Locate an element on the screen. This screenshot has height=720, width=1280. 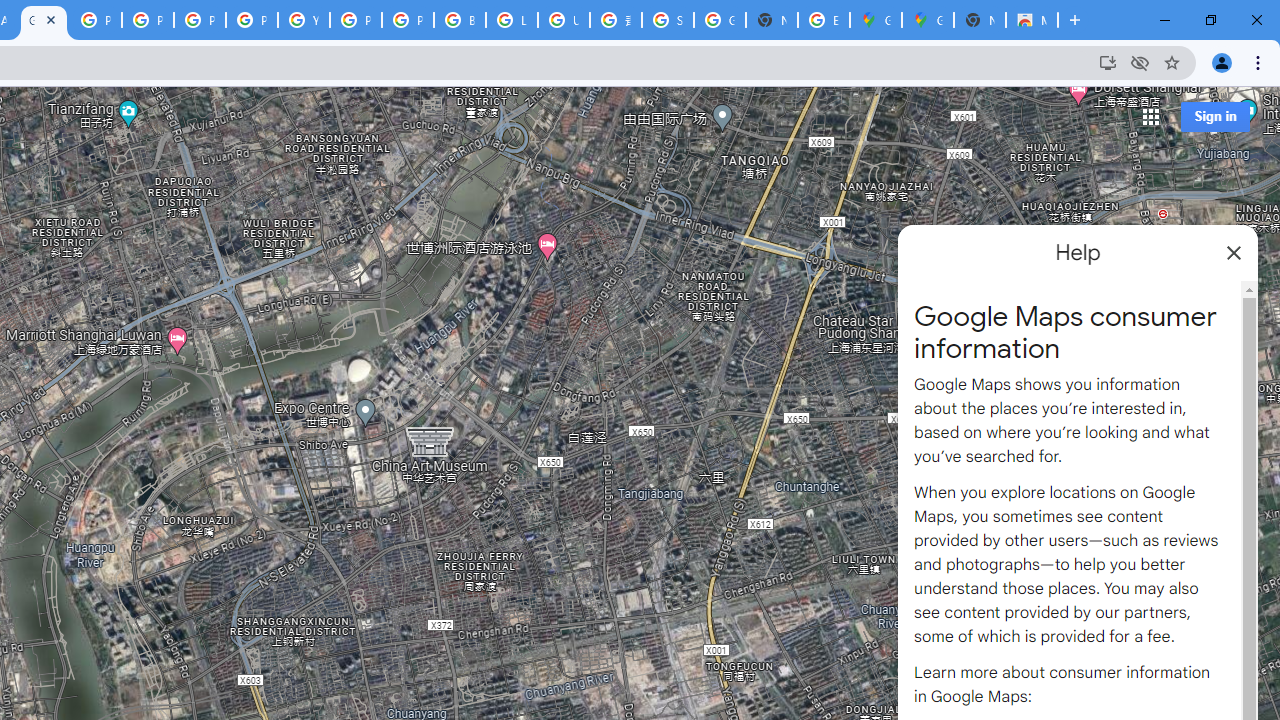
'Install Google Maps' is located at coordinates (1106, 61).